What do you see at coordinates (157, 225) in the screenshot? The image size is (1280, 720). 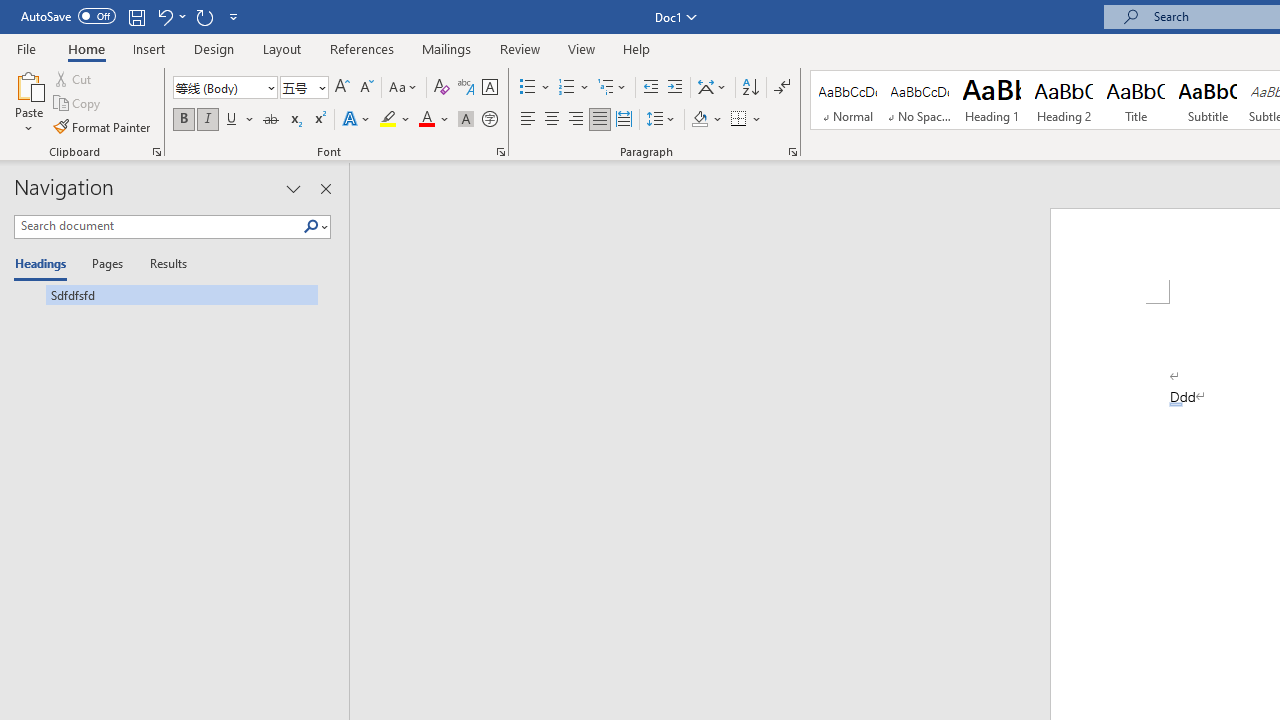 I see `'Search document'` at bounding box center [157, 225].